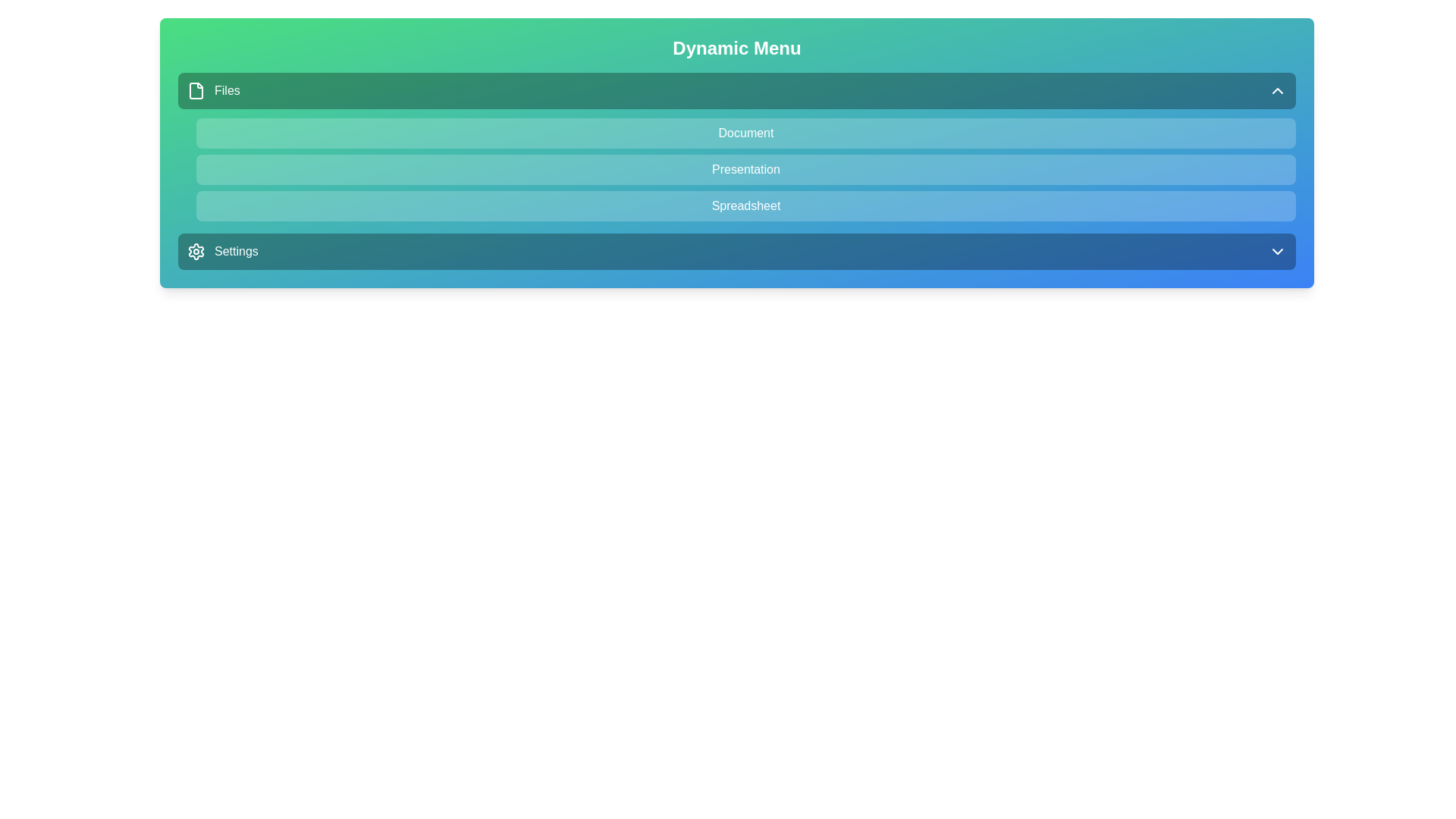 The width and height of the screenshot is (1456, 819). Describe the element at coordinates (212, 90) in the screenshot. I see `the menu option for files located at the top of the menu bar, adjacent to the file icon` at that location.